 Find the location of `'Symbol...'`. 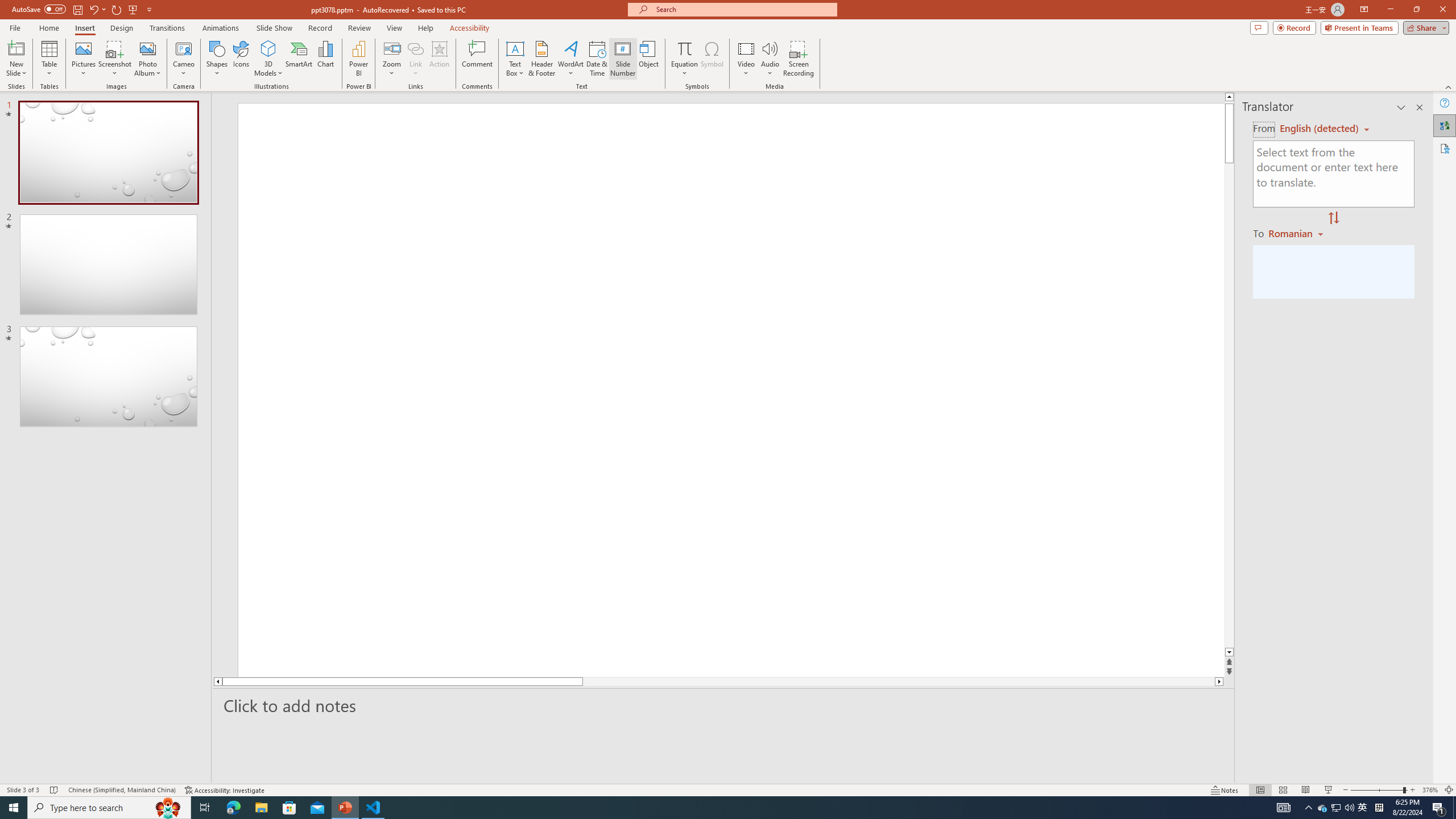

'Symbol...' is located at coordinates (712, 59).